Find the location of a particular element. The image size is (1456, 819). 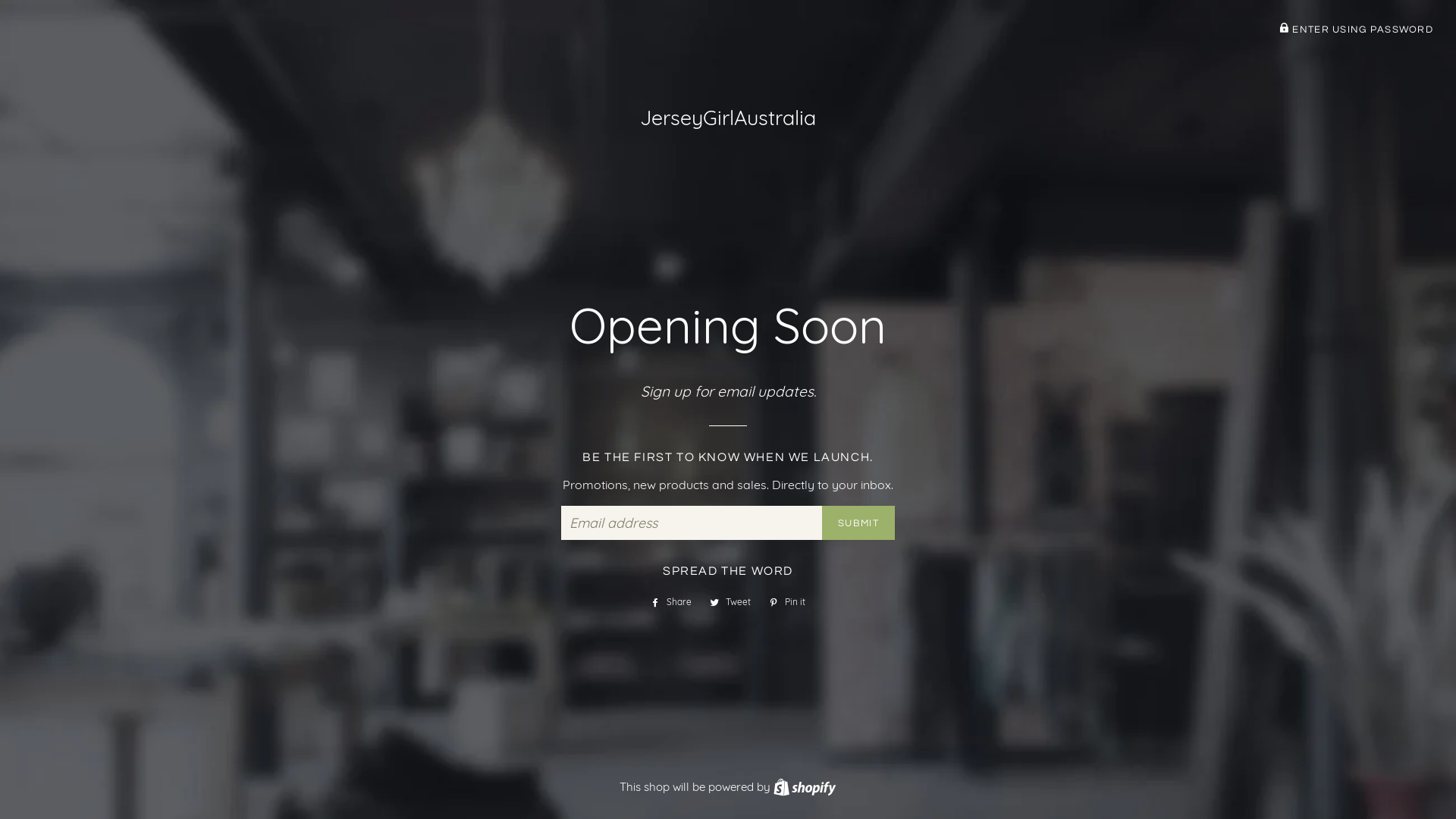

'Shopify logo is located at coordinates (773, 786).